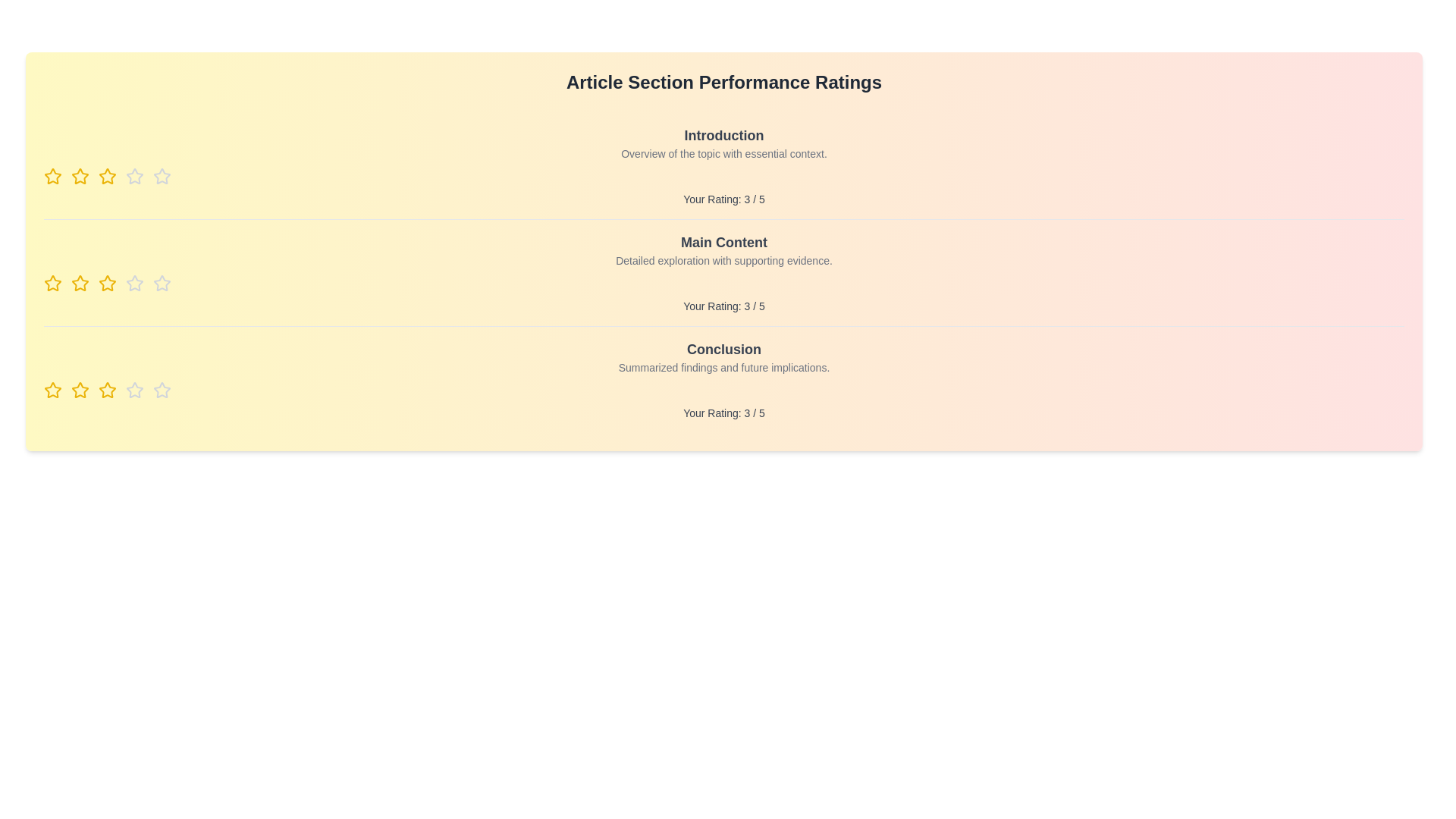 Image resolution: width=1456 pixels, height=819 pixels. What do you see at coordinates (134, 175) in the screenshot?
I see `the rating of a section to 4 stars by clicking on the corresponding star` at bounding box center [134, 175].